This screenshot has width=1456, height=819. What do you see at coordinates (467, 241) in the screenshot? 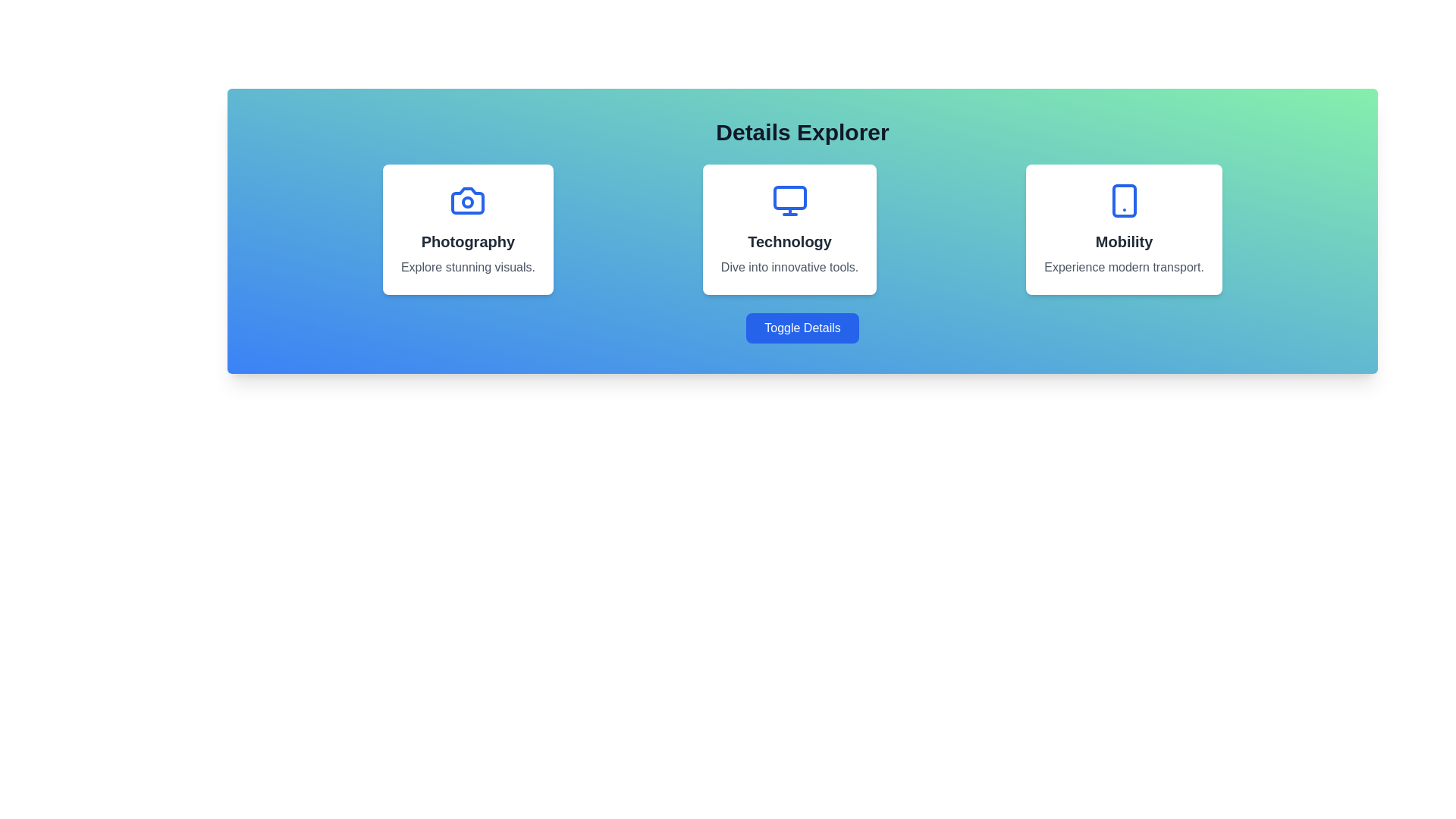
I see `the 'Photography' text label` at bounding box center [467, 241].